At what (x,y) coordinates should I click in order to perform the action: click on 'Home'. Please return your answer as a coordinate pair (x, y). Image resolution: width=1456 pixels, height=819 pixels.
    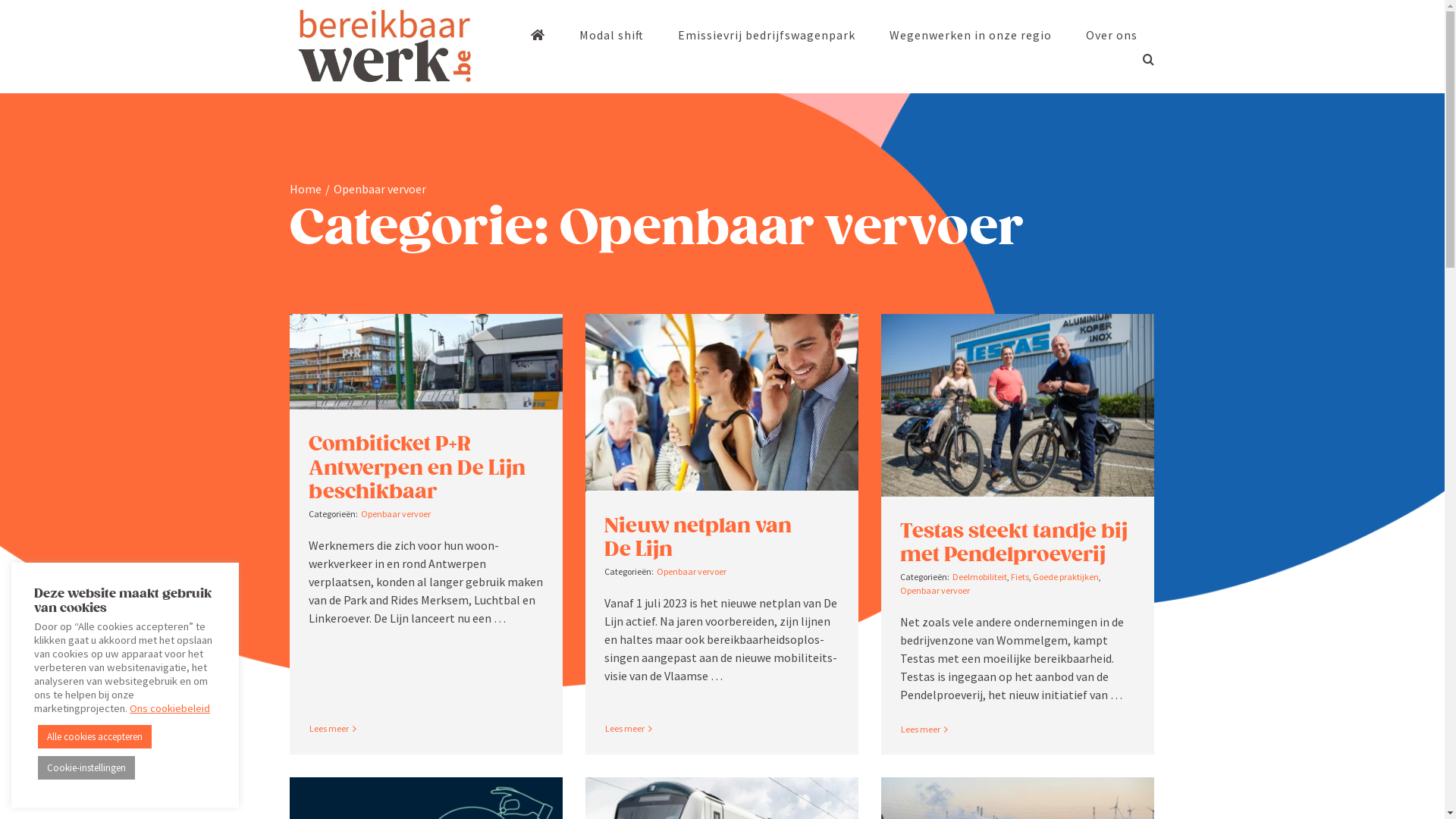
    Looking at the image, I should click on (305, 188).